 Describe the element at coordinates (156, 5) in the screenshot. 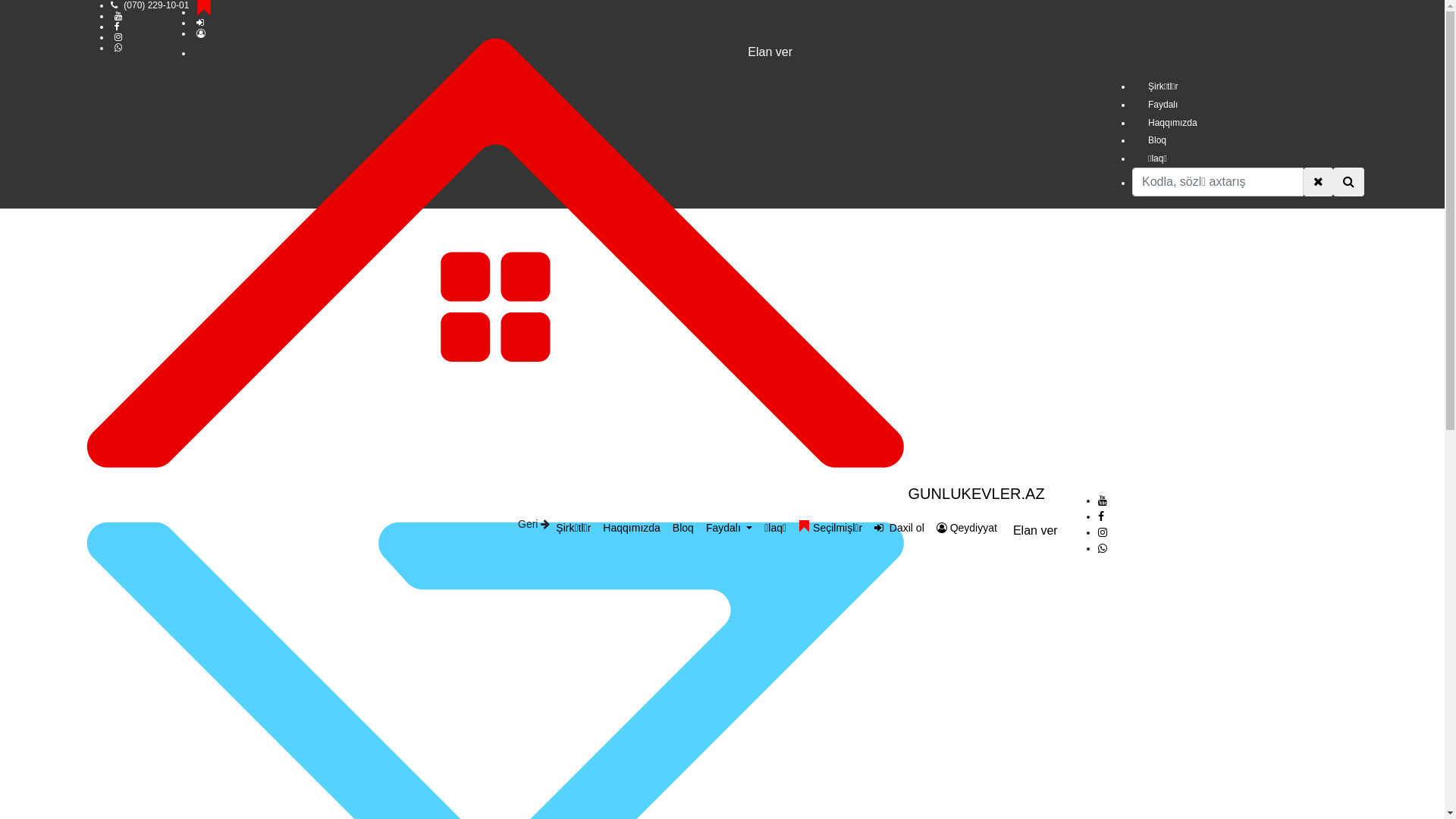

I see `'(070) 229-10-01'` at that location.